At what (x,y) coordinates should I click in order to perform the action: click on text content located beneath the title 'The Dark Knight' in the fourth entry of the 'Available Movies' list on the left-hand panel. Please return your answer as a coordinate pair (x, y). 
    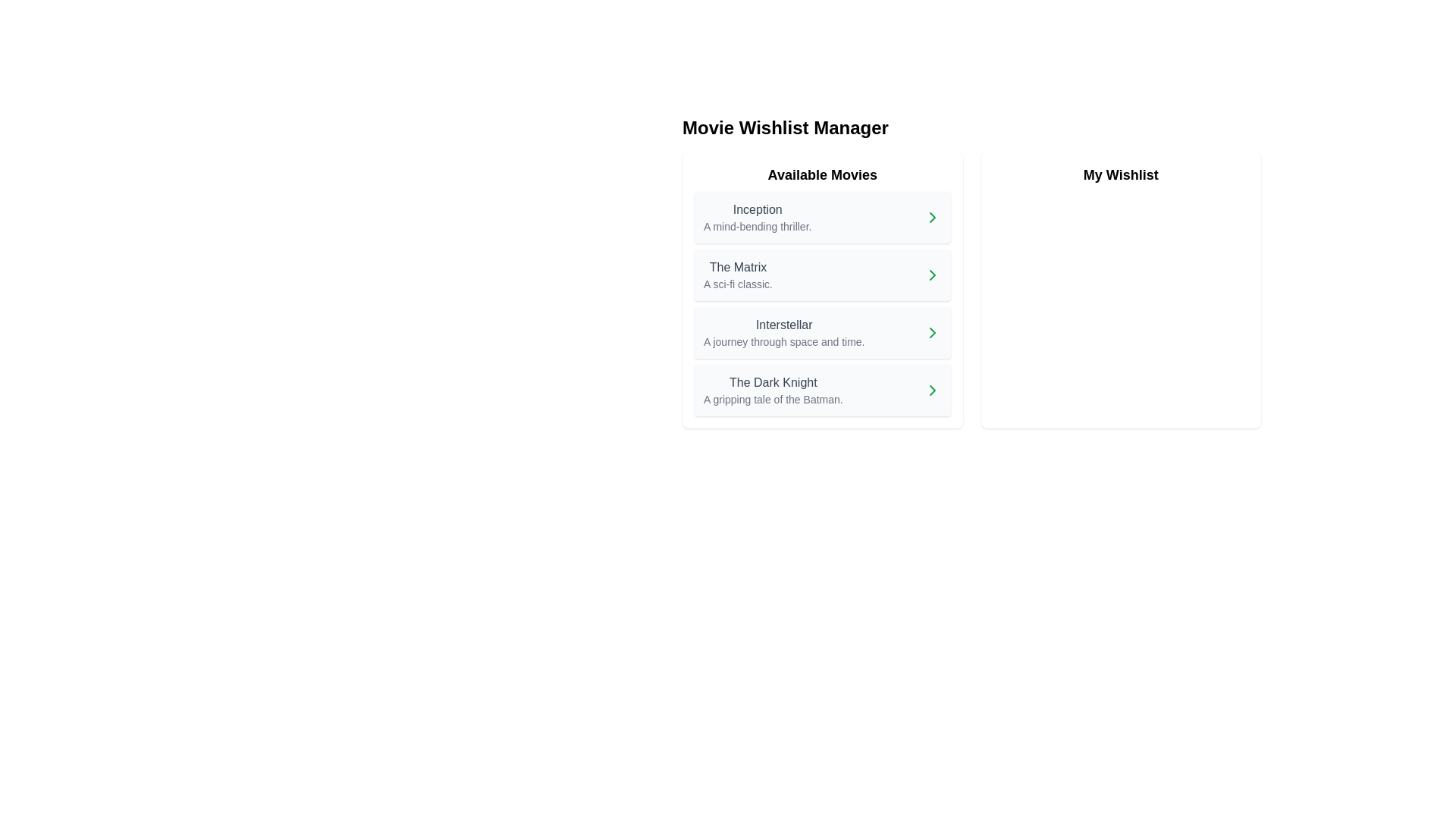
    Looking at the image, I should click on (773, 399).